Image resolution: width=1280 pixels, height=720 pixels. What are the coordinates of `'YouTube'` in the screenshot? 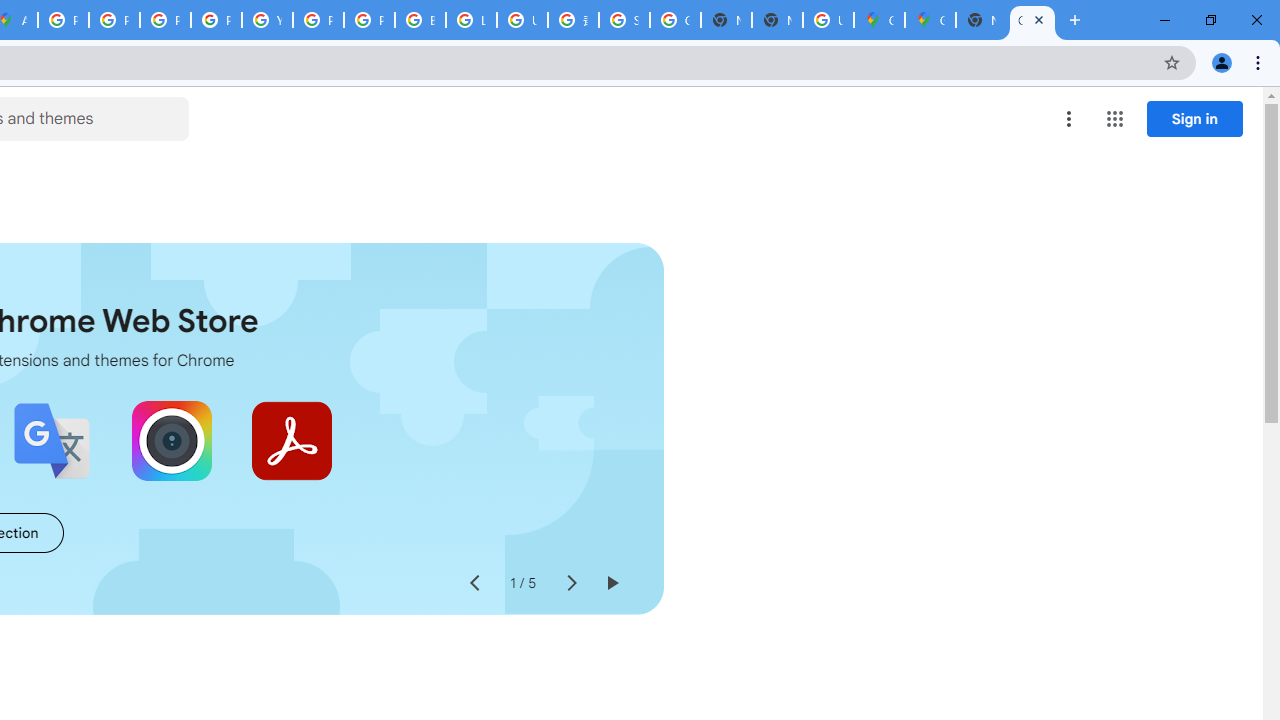 It's located at (266, 20).